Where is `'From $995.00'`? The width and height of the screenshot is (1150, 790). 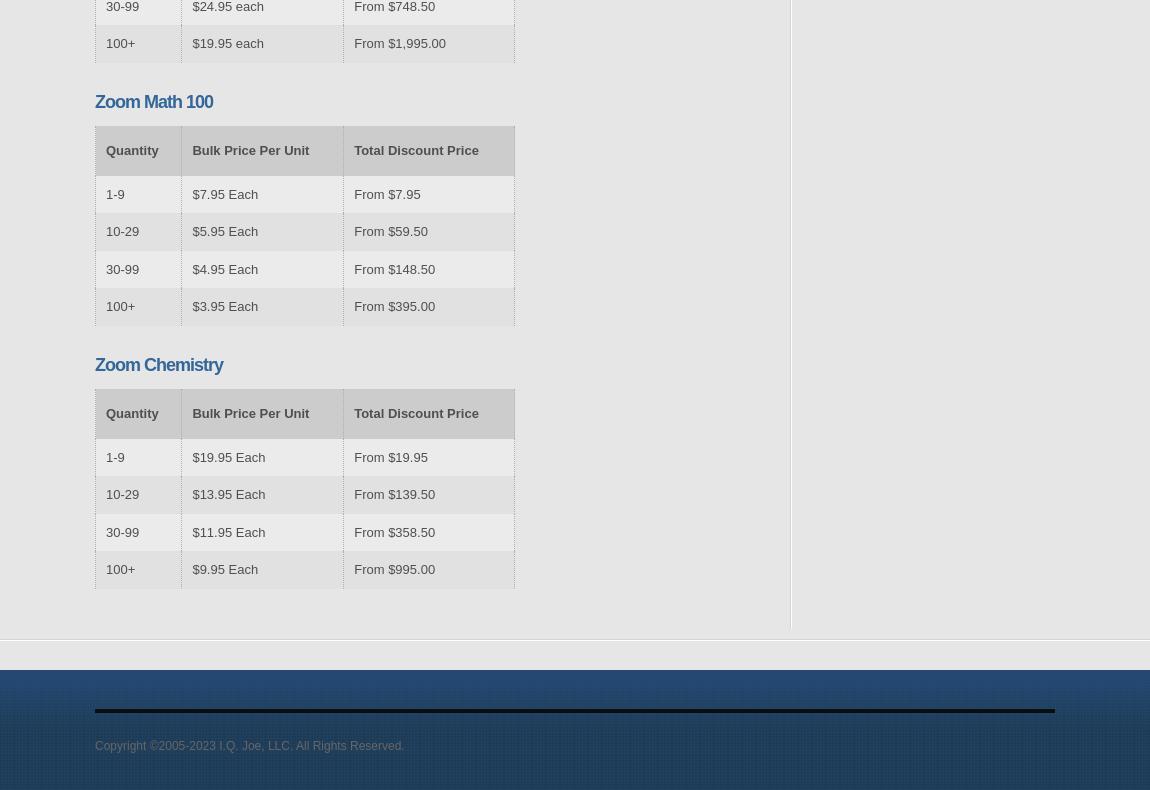 'From $995.00' is located at coordinates (394, 568).